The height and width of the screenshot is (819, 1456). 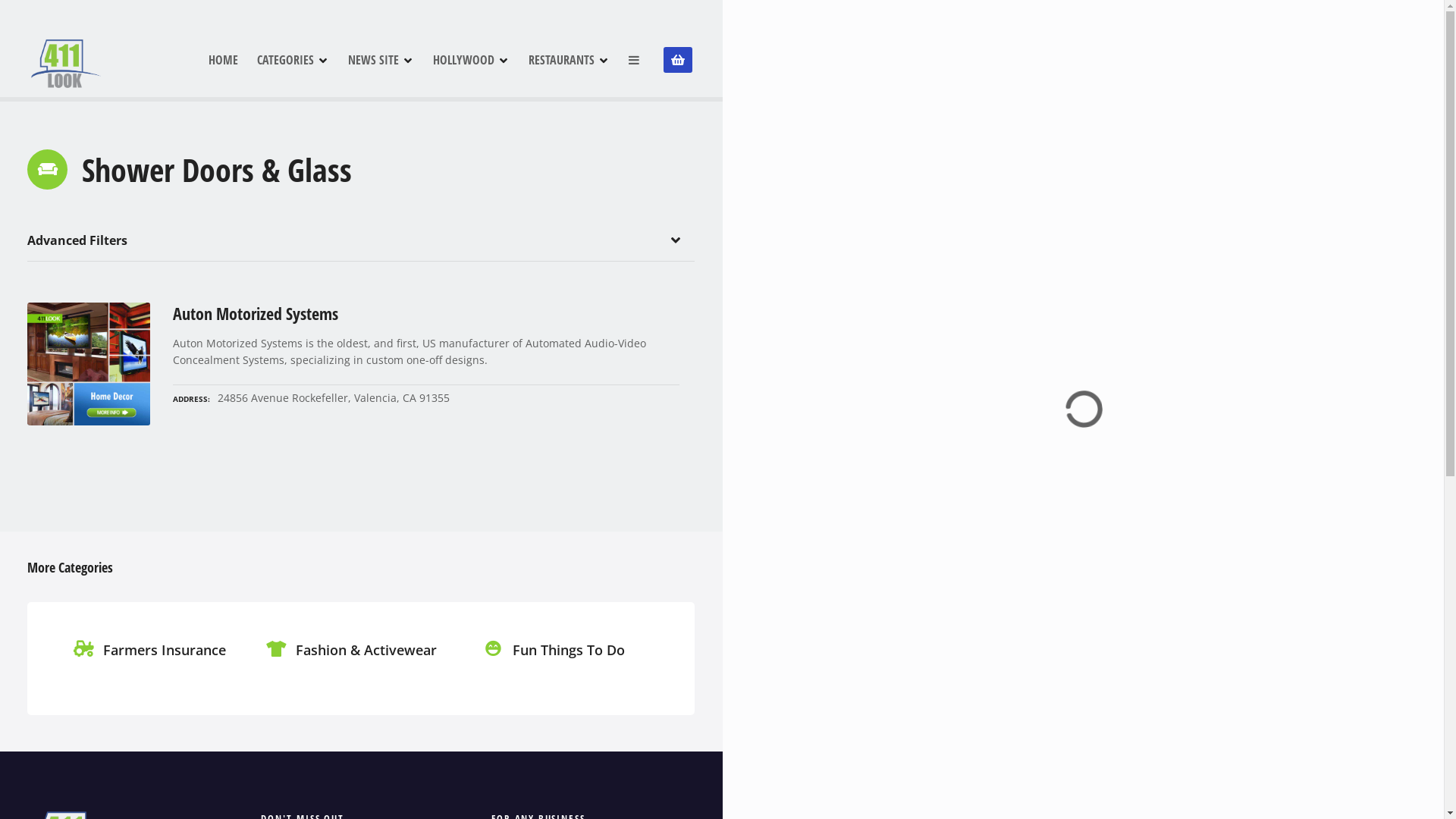 I want to click on 'HOLLYWOOD', so click(x=469, y=58).